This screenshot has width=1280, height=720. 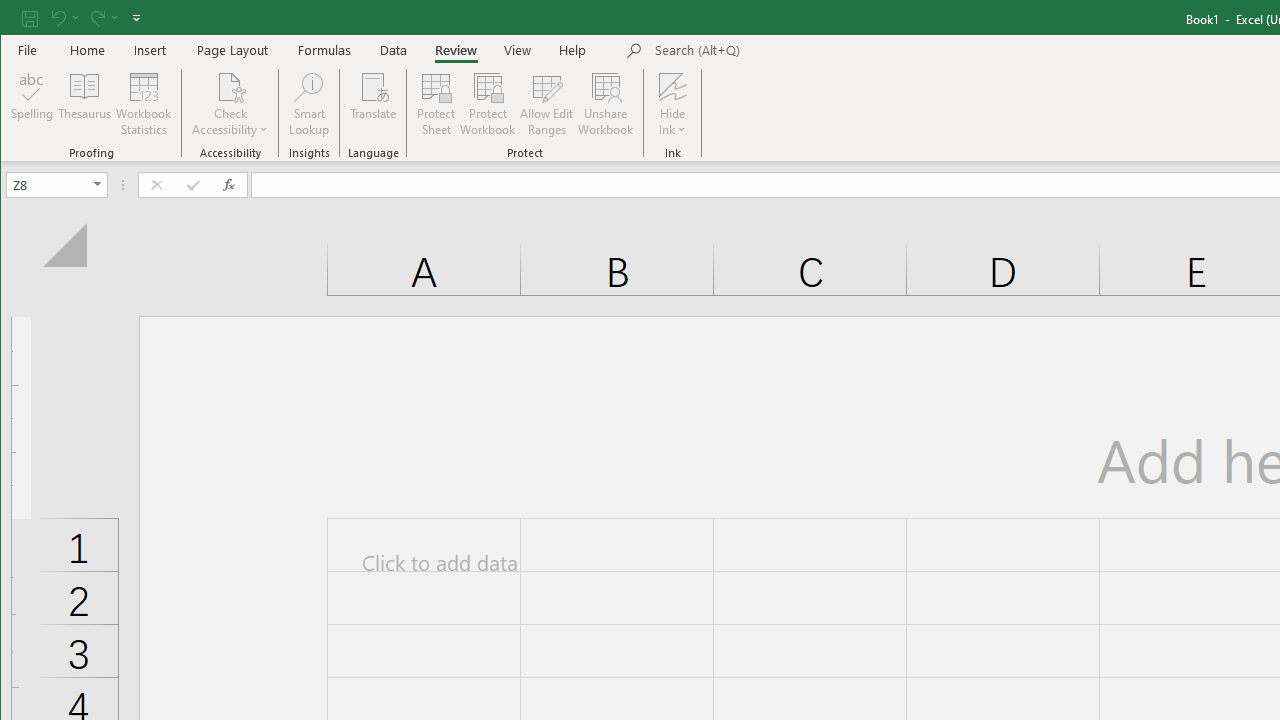 I want to click on 'Insert', so click(x=149, y=49).